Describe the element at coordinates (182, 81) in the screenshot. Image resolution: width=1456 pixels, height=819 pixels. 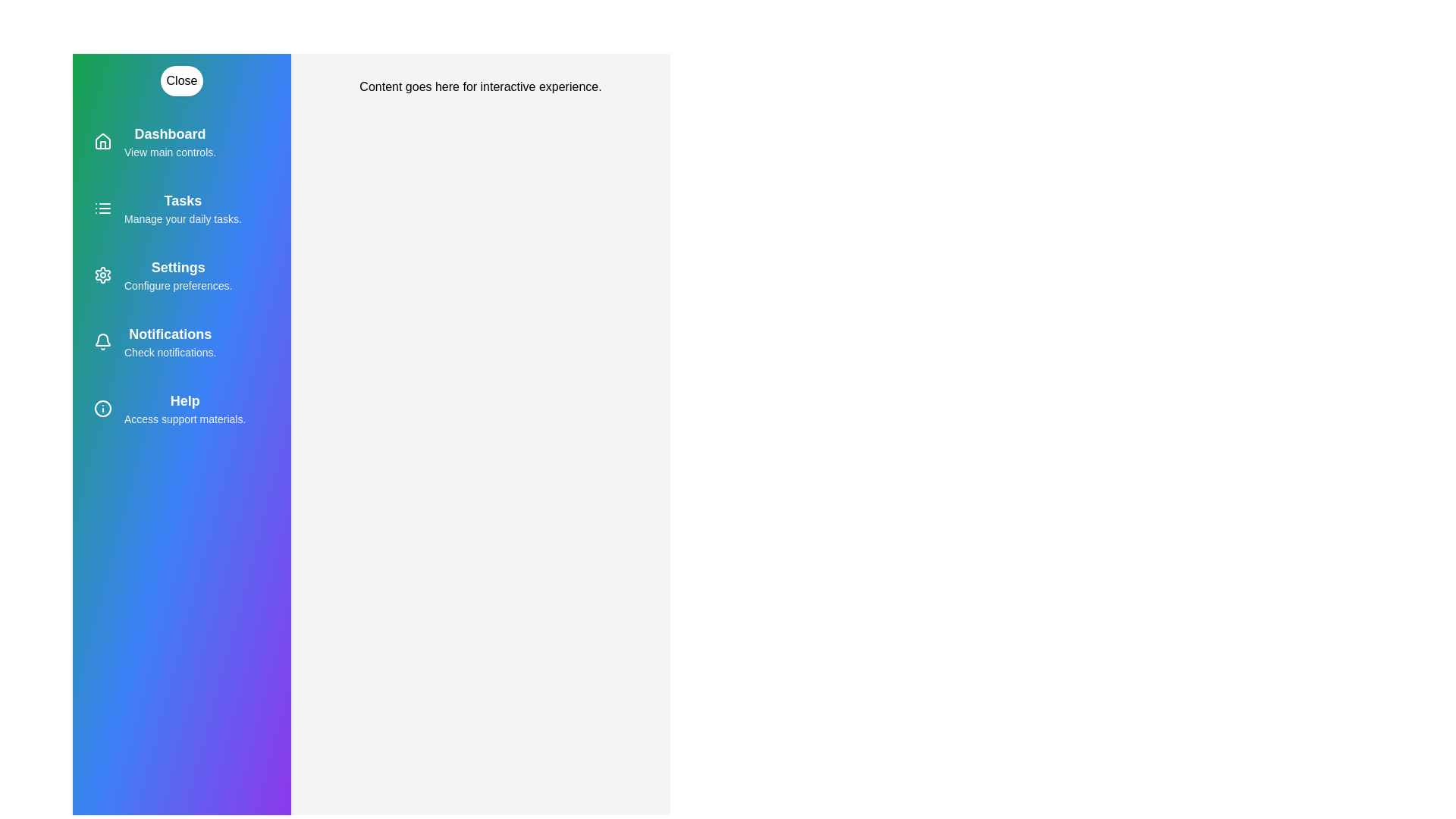
I see `'Close' button to toggle the drawer` at that location.